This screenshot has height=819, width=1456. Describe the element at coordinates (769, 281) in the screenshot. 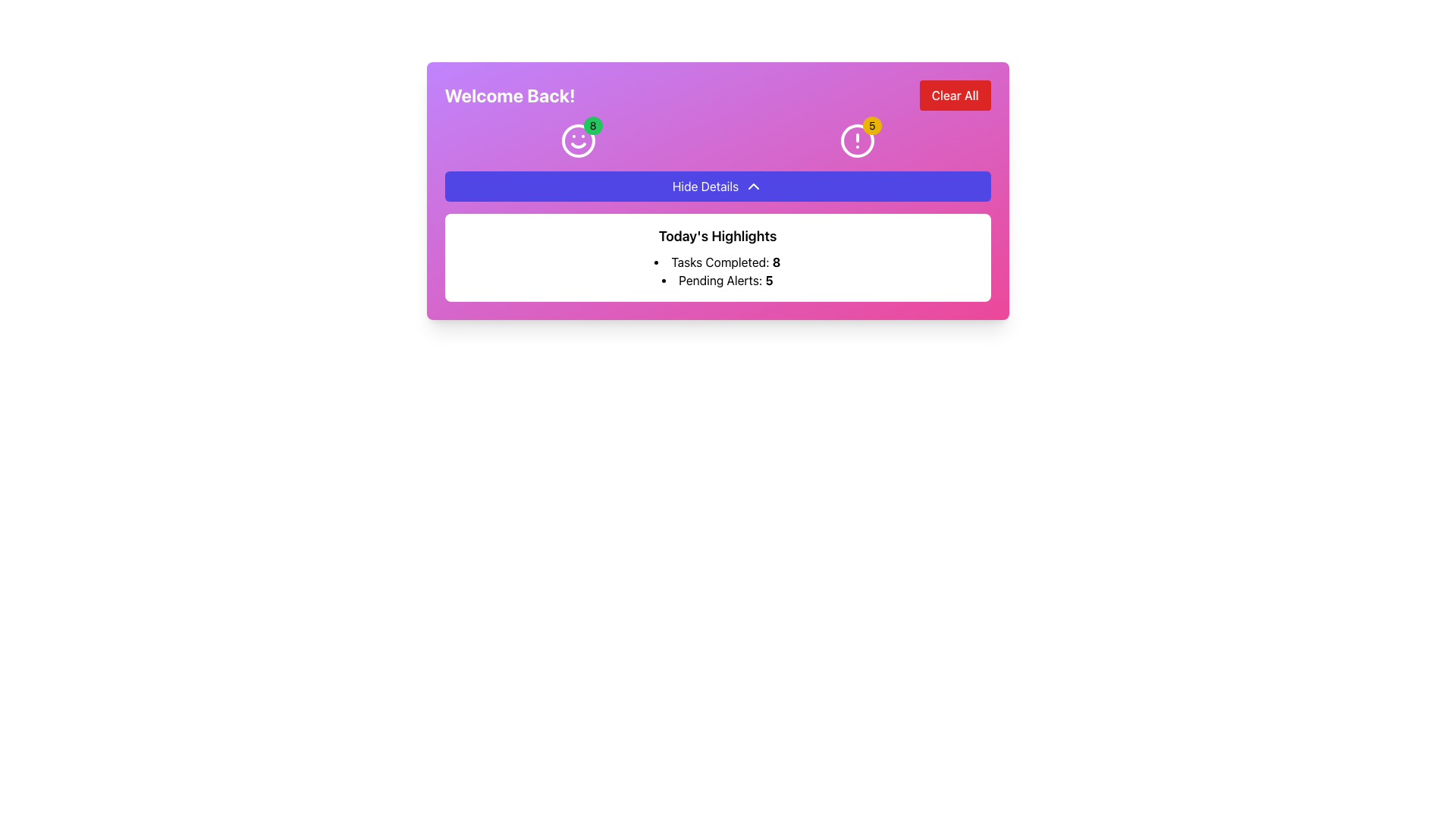

I see `the numeral '5' in the 'Pending Alerts' text located in the 'Today's Highlights' section at the bottom-middle of the interface` at that location.